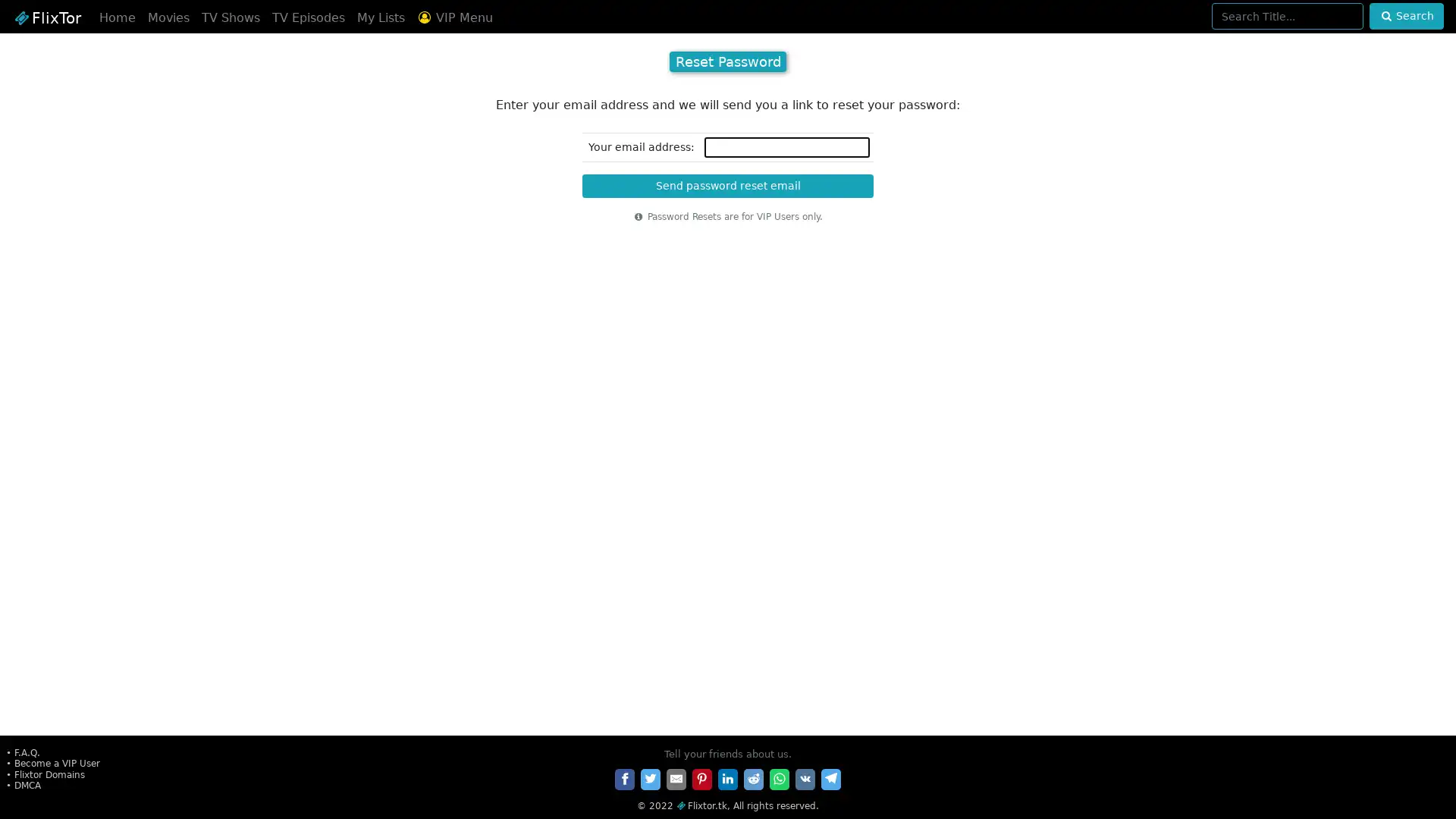 Image resolution: width=1456 pixels, height=819 pixels. I want to click on Send password reset email, so click(728, 184).